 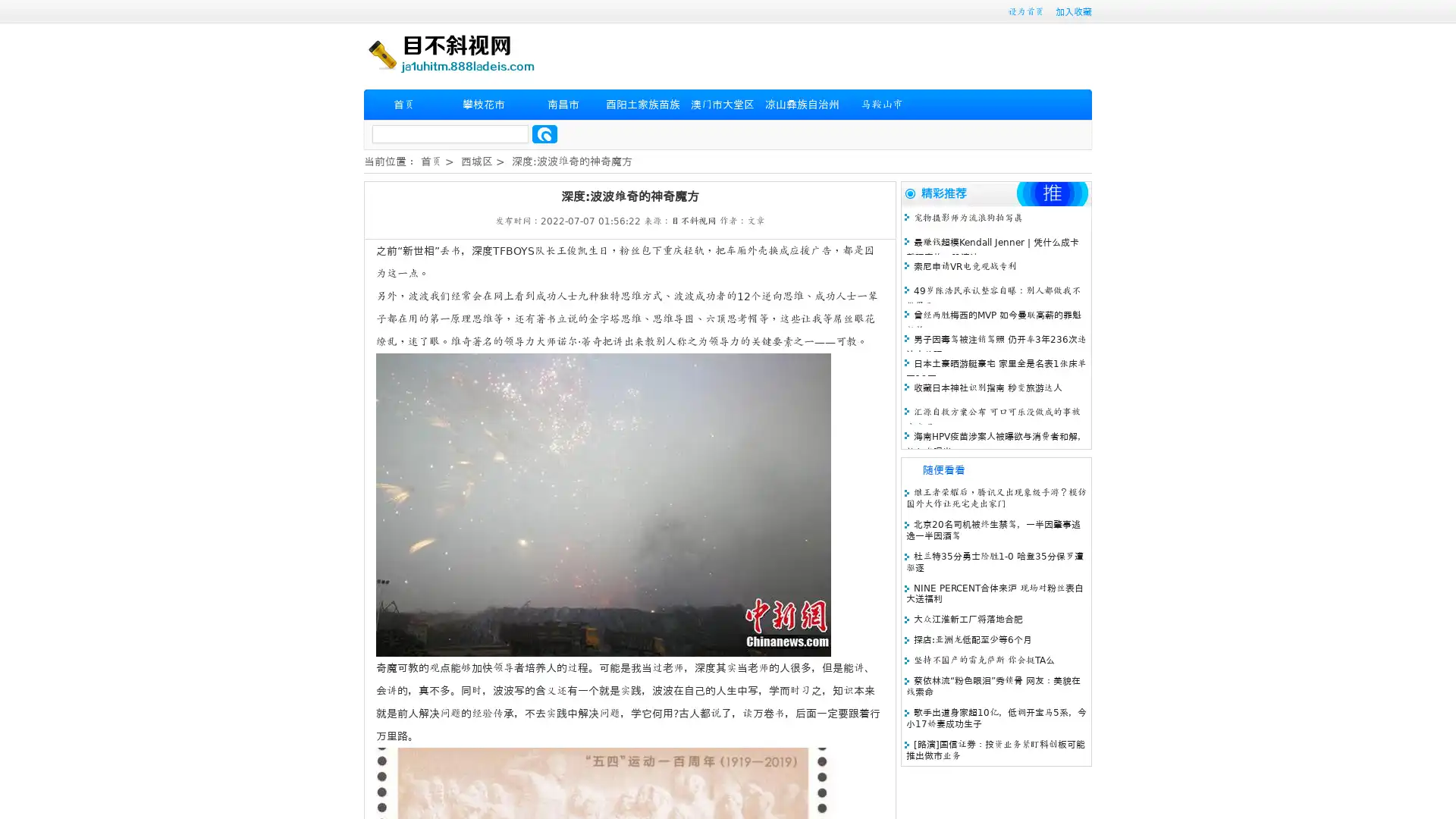 What do you see at coordinates (544, 133) in the screenshot?
I see `Search` at bounding box center [544, 133].